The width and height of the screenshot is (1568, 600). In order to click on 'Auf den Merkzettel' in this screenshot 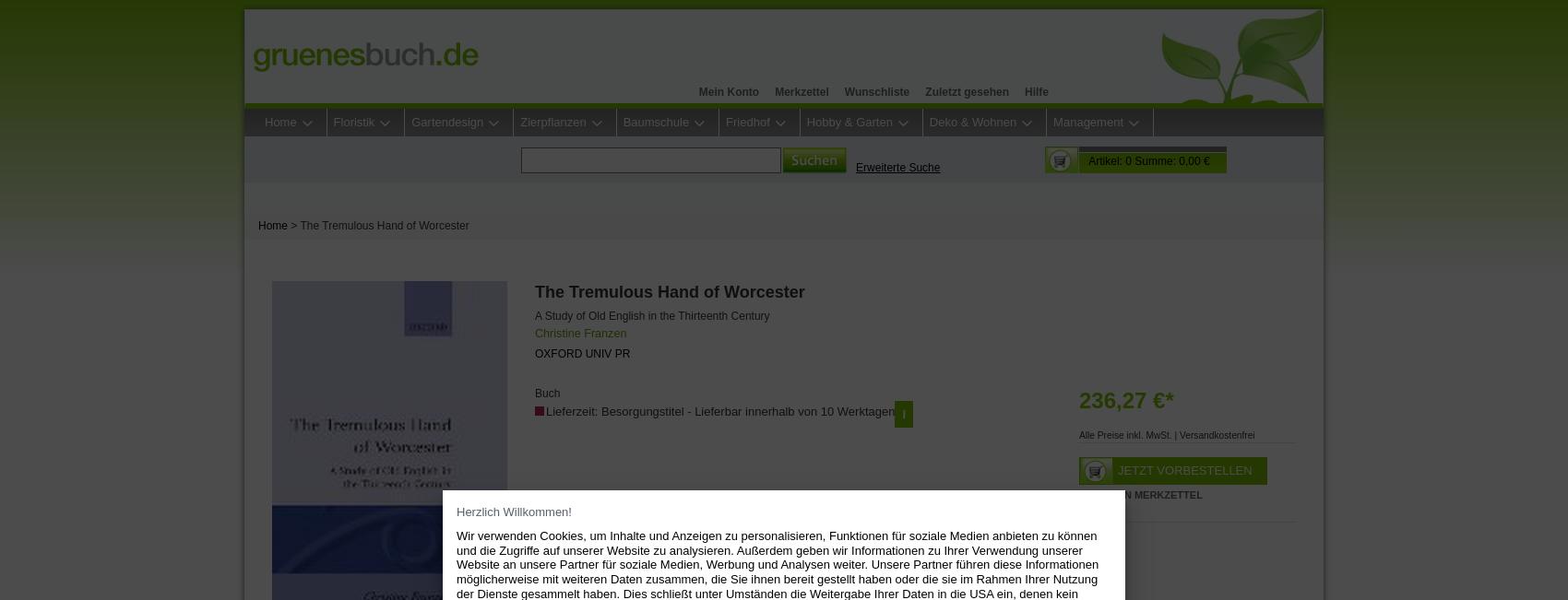, I will do `click(1142, 493)`.